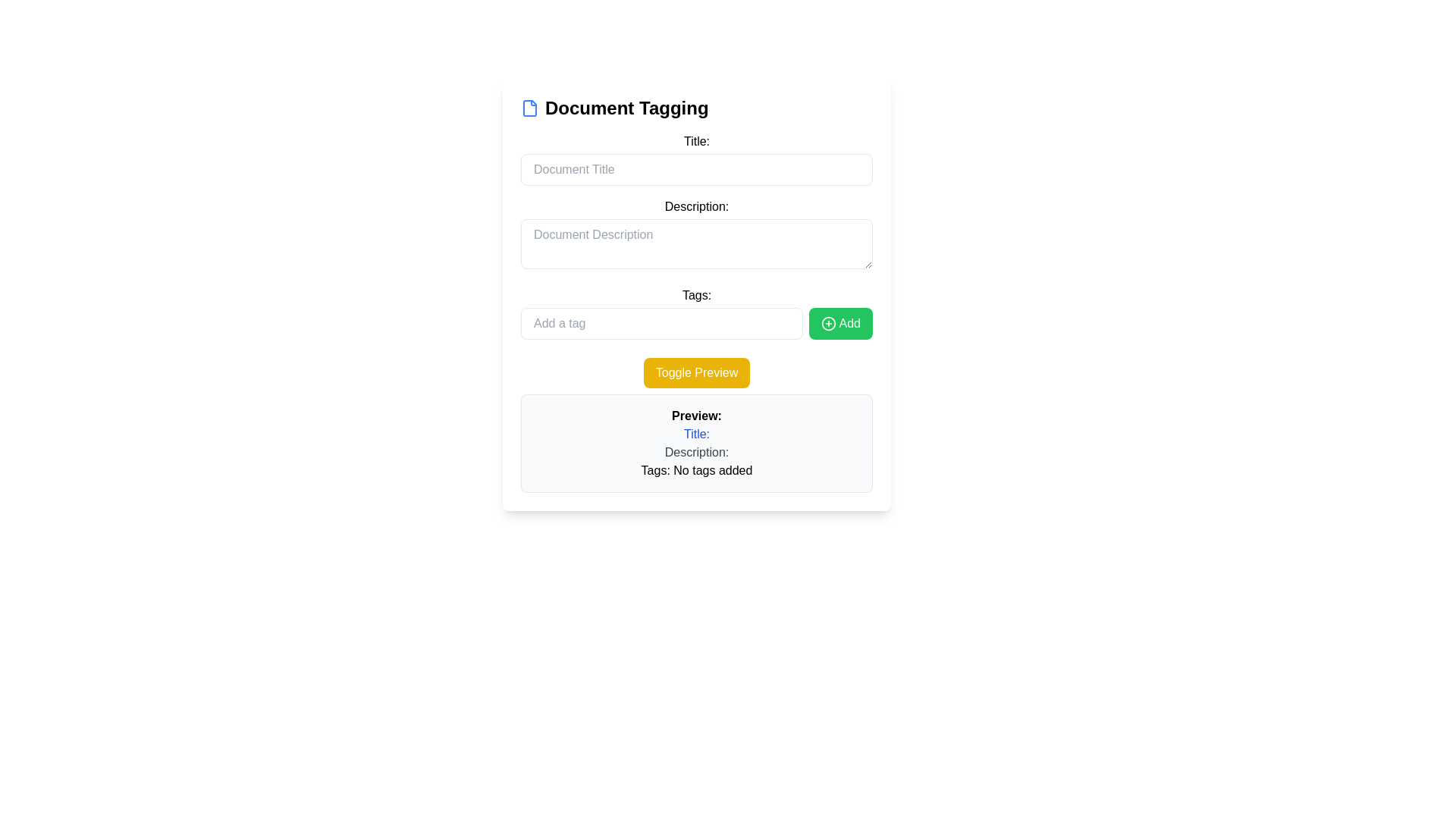 This screenshot has height=819, width=1456. What do you see at coordinates (839, 323) in the screenshot?
I see `the 'Add' button with a green background and white text located to the right of the 'Tags' input field in the 'Document Tagging' form` at bounding box center [839, 323].